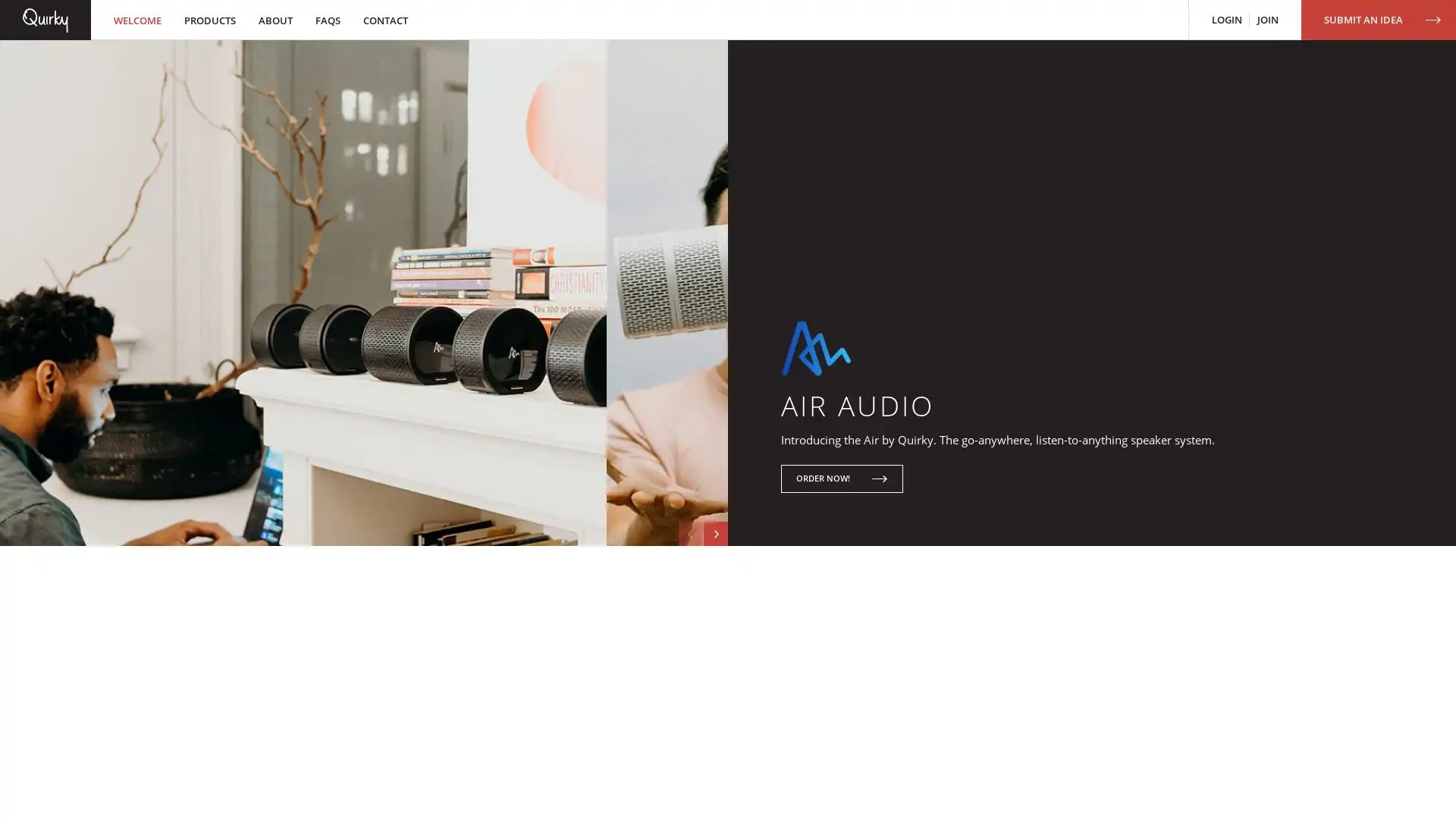  I want to click on Previous, so click(680, 632).